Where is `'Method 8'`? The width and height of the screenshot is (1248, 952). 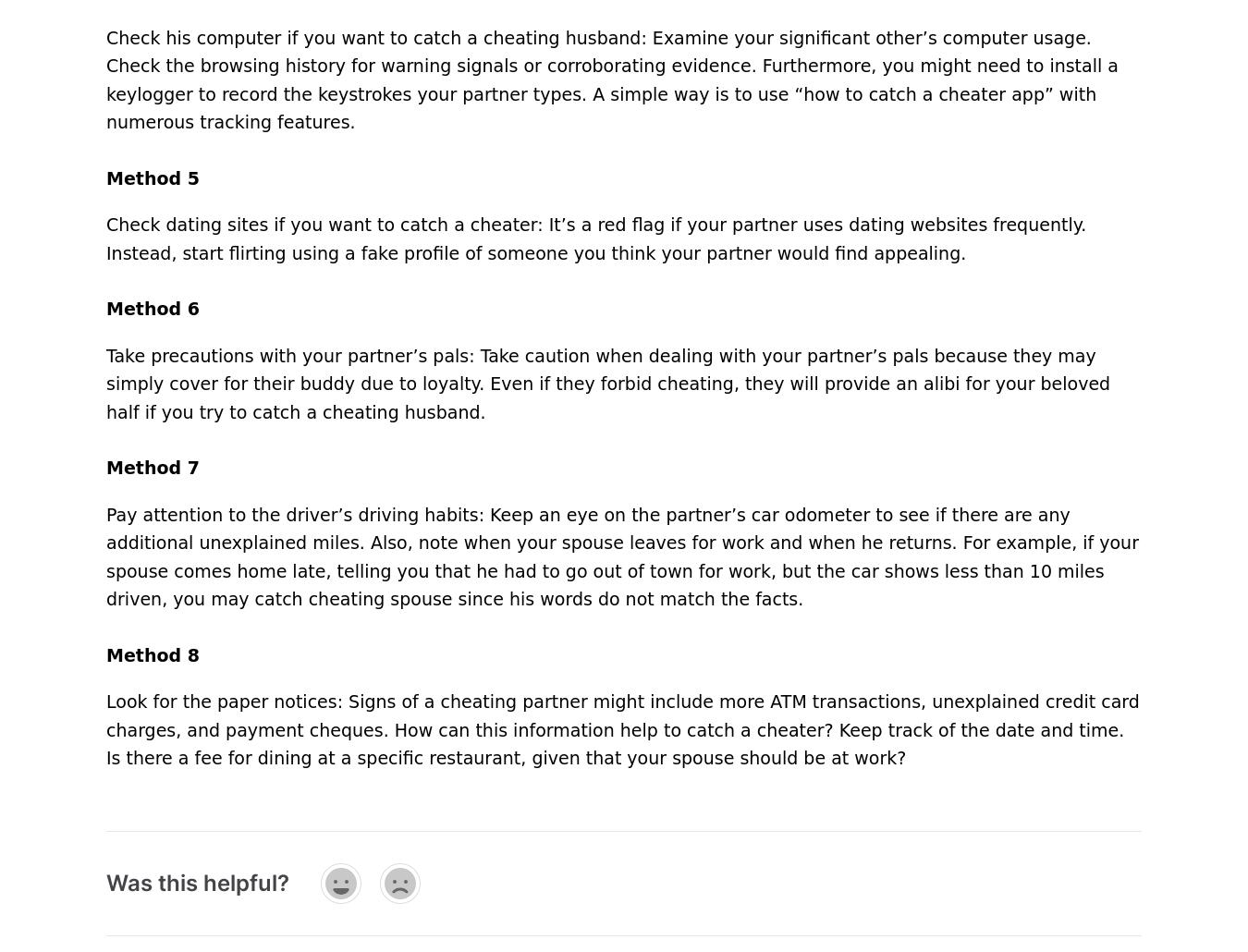
'Method 8' is located at coordinates (152, 654).